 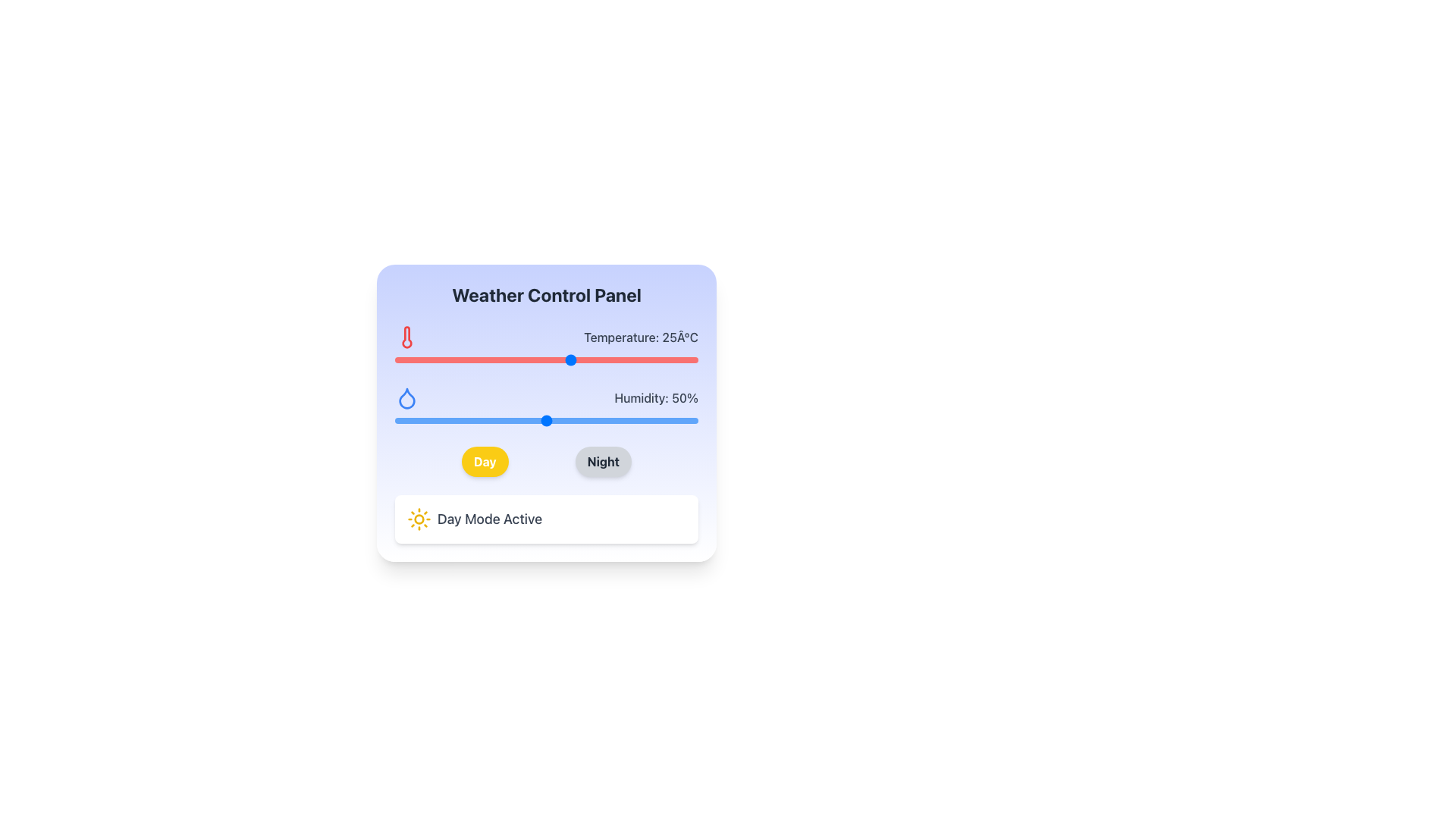 What do you see at coordinates (673, 421) in the screenshot?
I see `humidity` at bounding box center [673, 421].